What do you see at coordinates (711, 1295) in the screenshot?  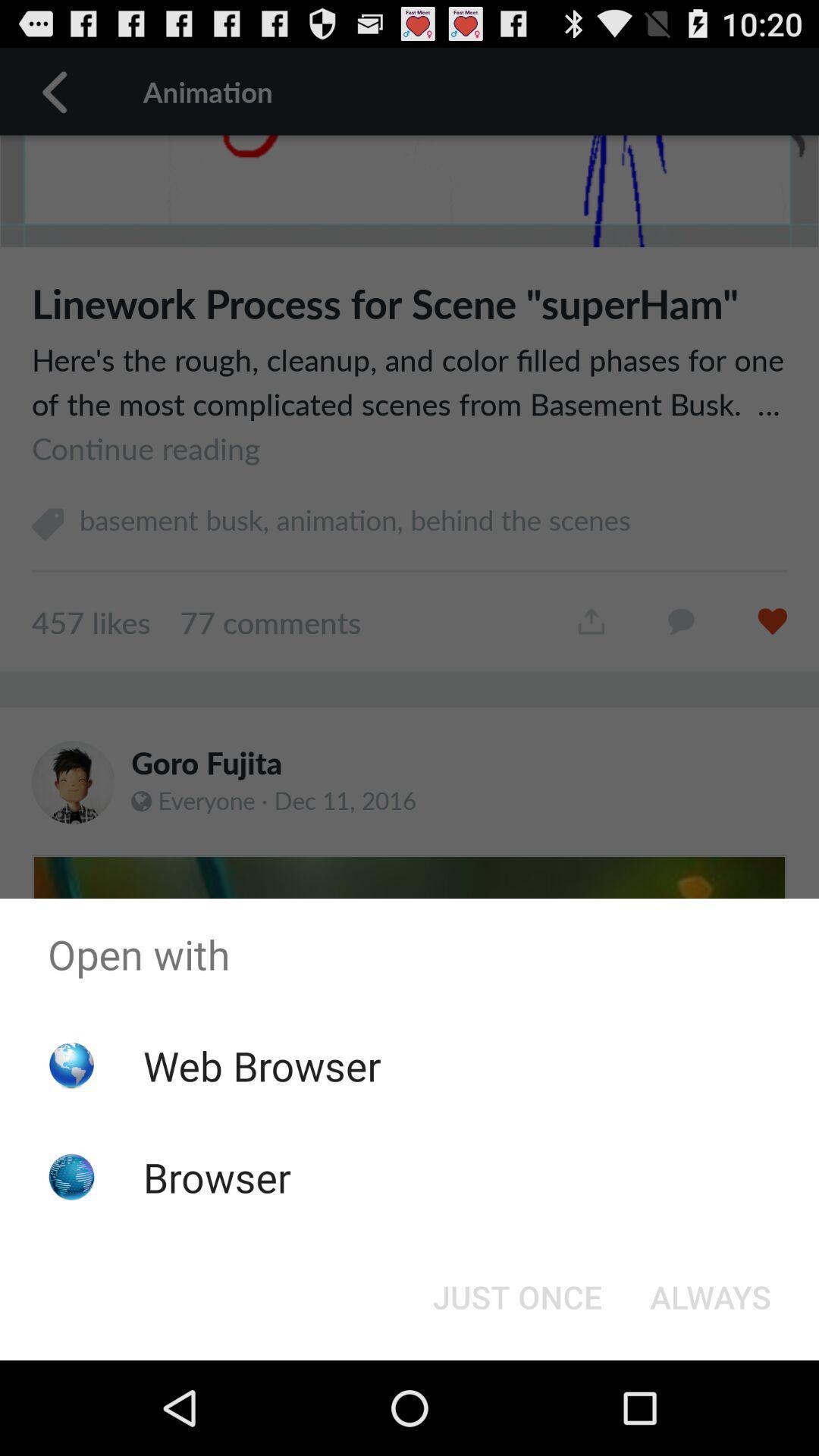 I see `the always button` at bounding box center [711, 1295].